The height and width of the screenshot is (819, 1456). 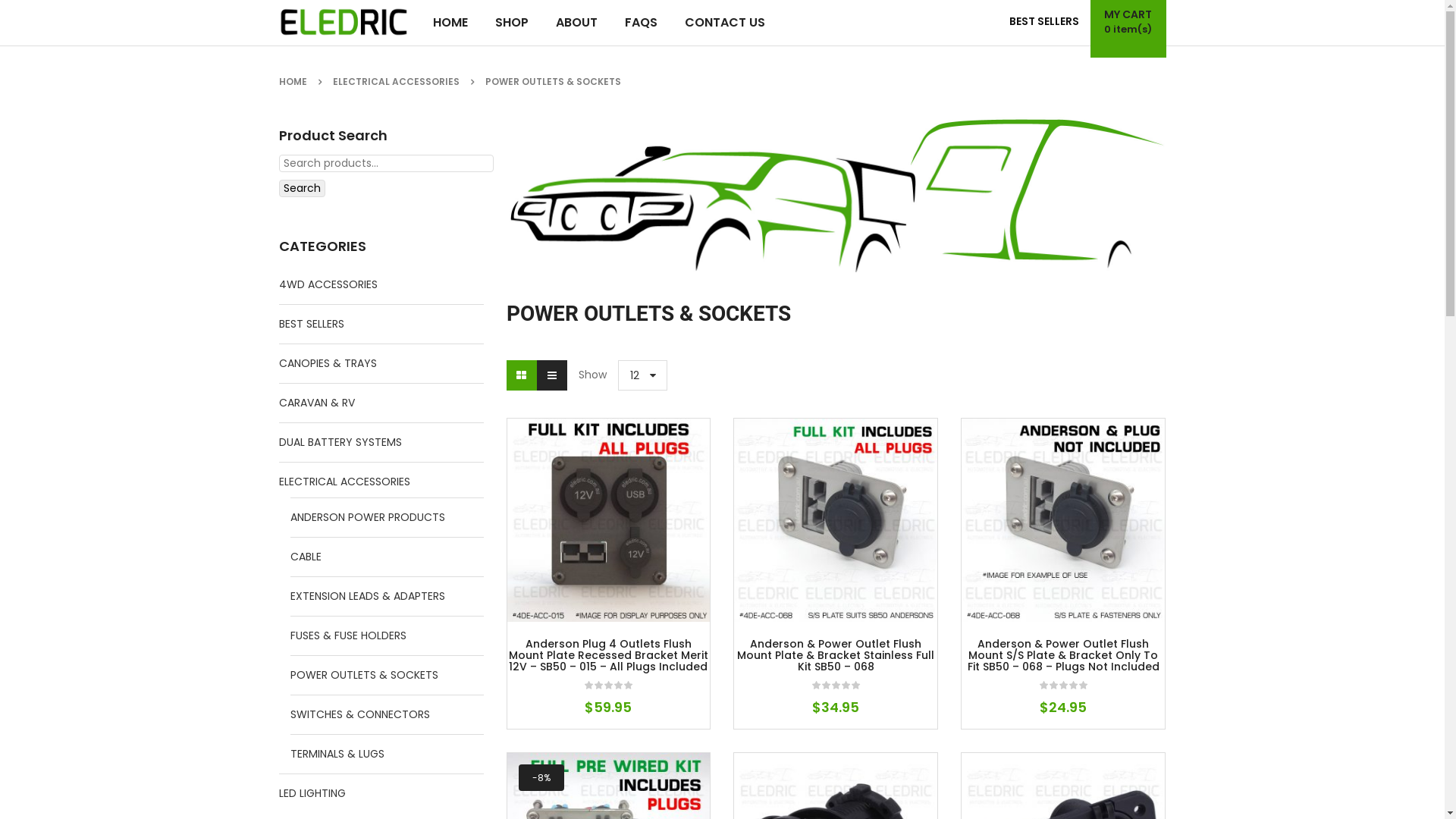 What do you see at coordinates (551, 375) in the screenshot?
I see `'List view'` at bounding box center [551, 375].